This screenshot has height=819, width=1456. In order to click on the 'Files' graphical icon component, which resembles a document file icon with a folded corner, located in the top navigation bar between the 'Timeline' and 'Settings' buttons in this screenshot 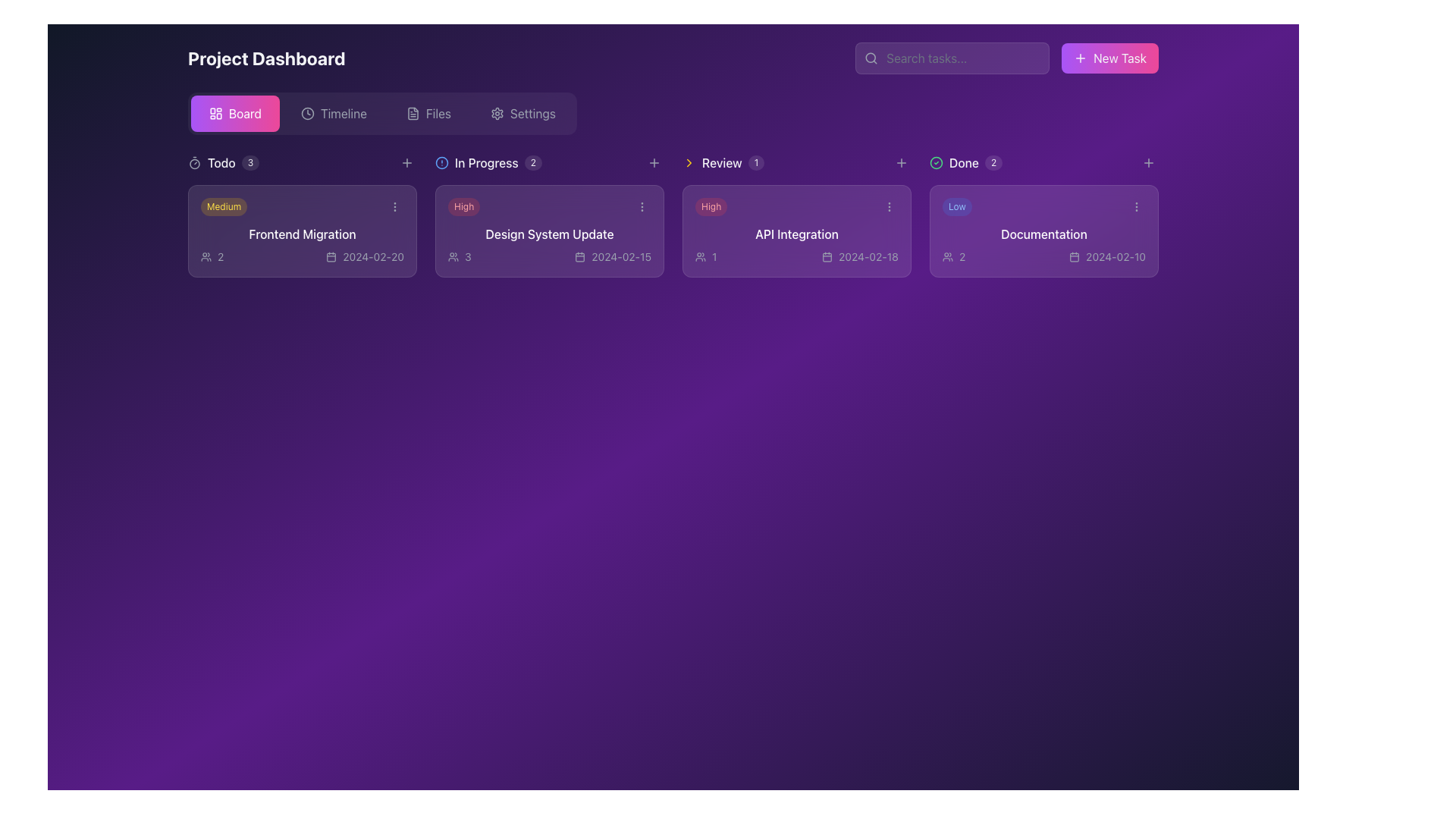, I will do `click(413, 113)`.